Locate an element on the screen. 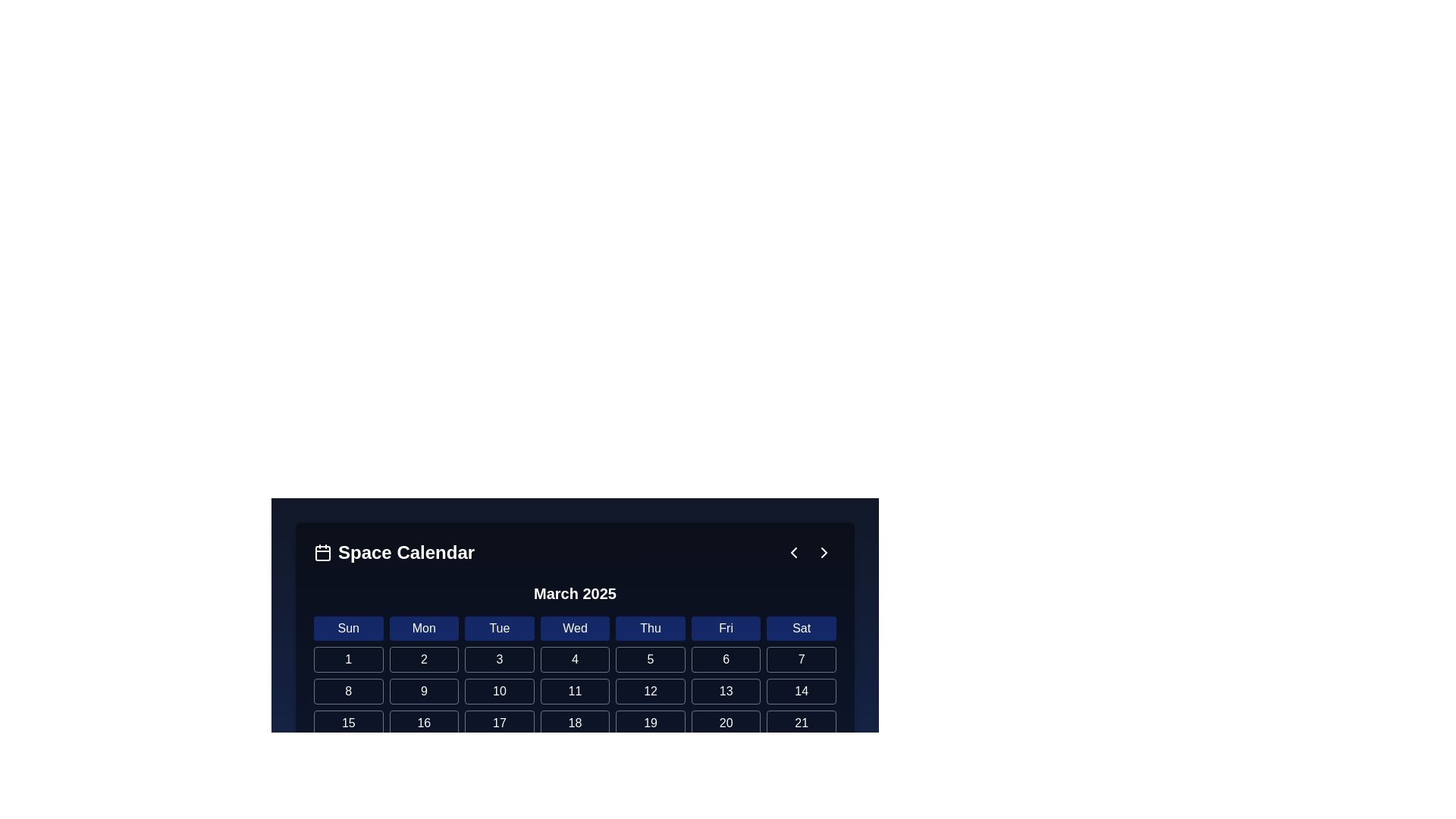 This screenshot has height=819, width=1456. the Label representing the seventh day of the month in the calendar interface, located in the rightmost cell of the second row under the 'Sat' header is located at coordinates (801, 659).